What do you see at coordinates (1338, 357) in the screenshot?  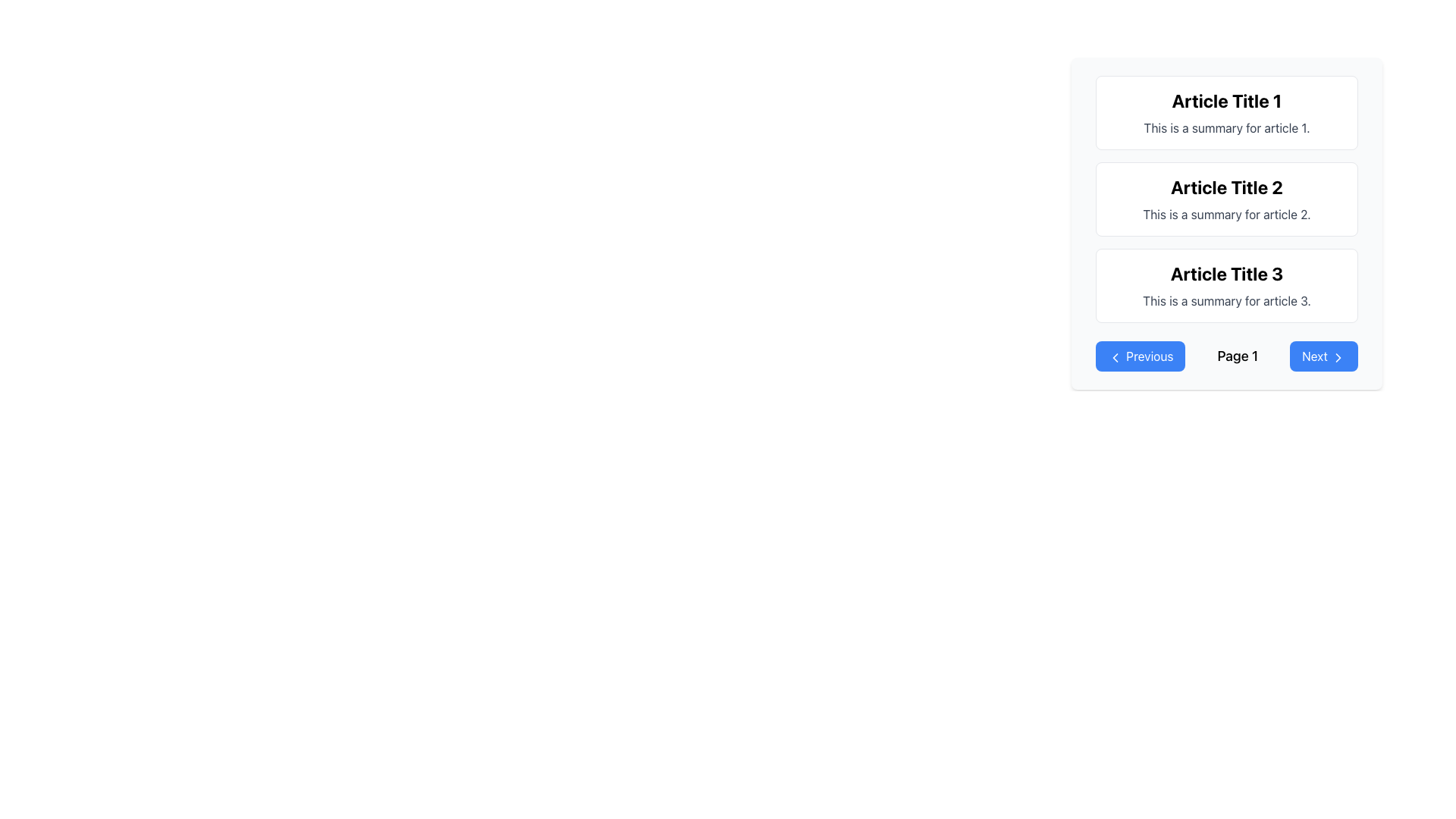 I see `the Chevron icon located adjacent to the 'Next' button, serving as a navigational control arrow` at bounding box center [1338, 357].